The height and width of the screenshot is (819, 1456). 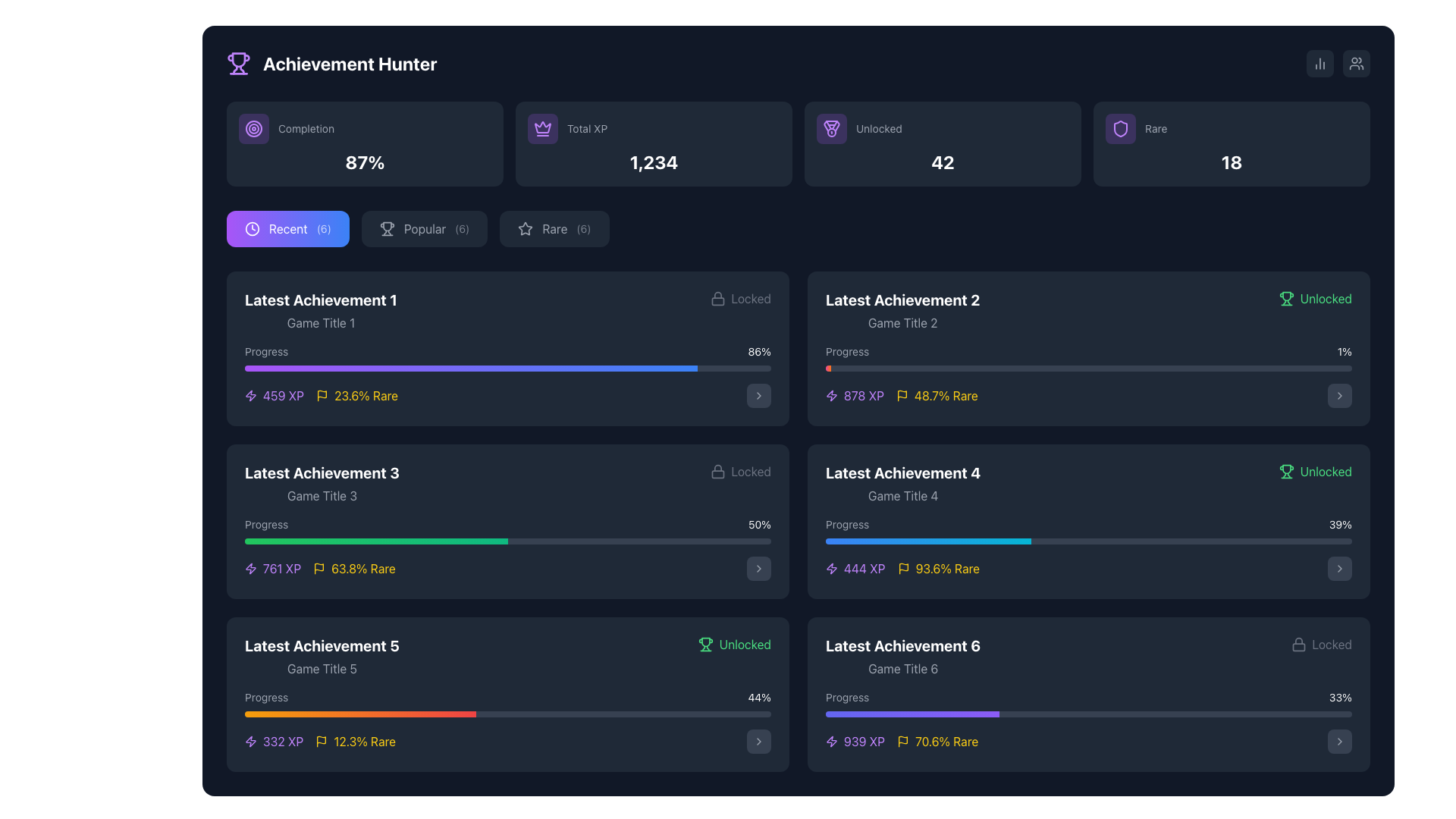 I want to click on the SVG-based chevron icon located inside the button structure on the right side of the 'Latest Achievement 2' progress block, so click(x=759, y=568).